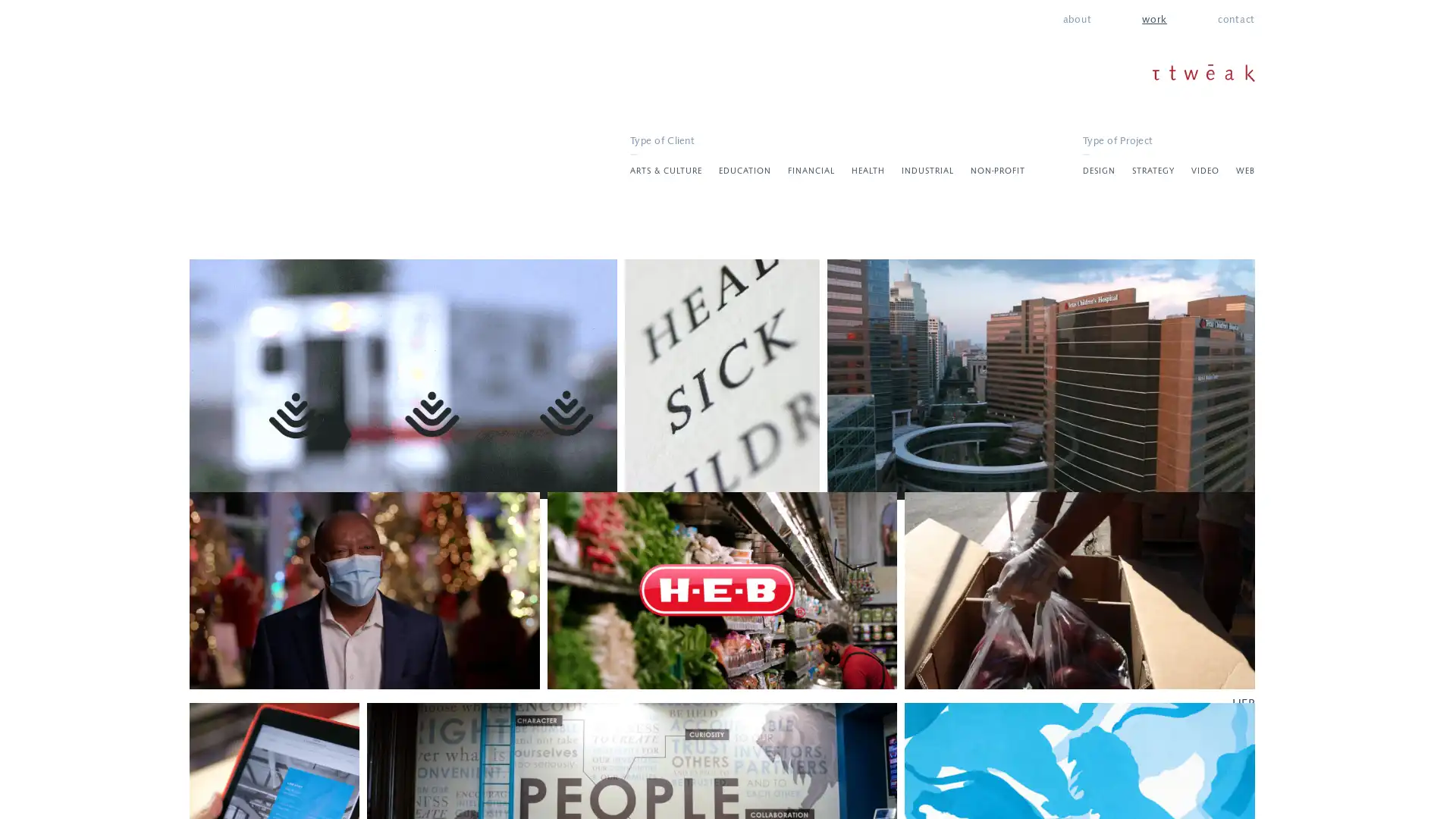  I want to click on STRATEGY, so click(1153, 171).